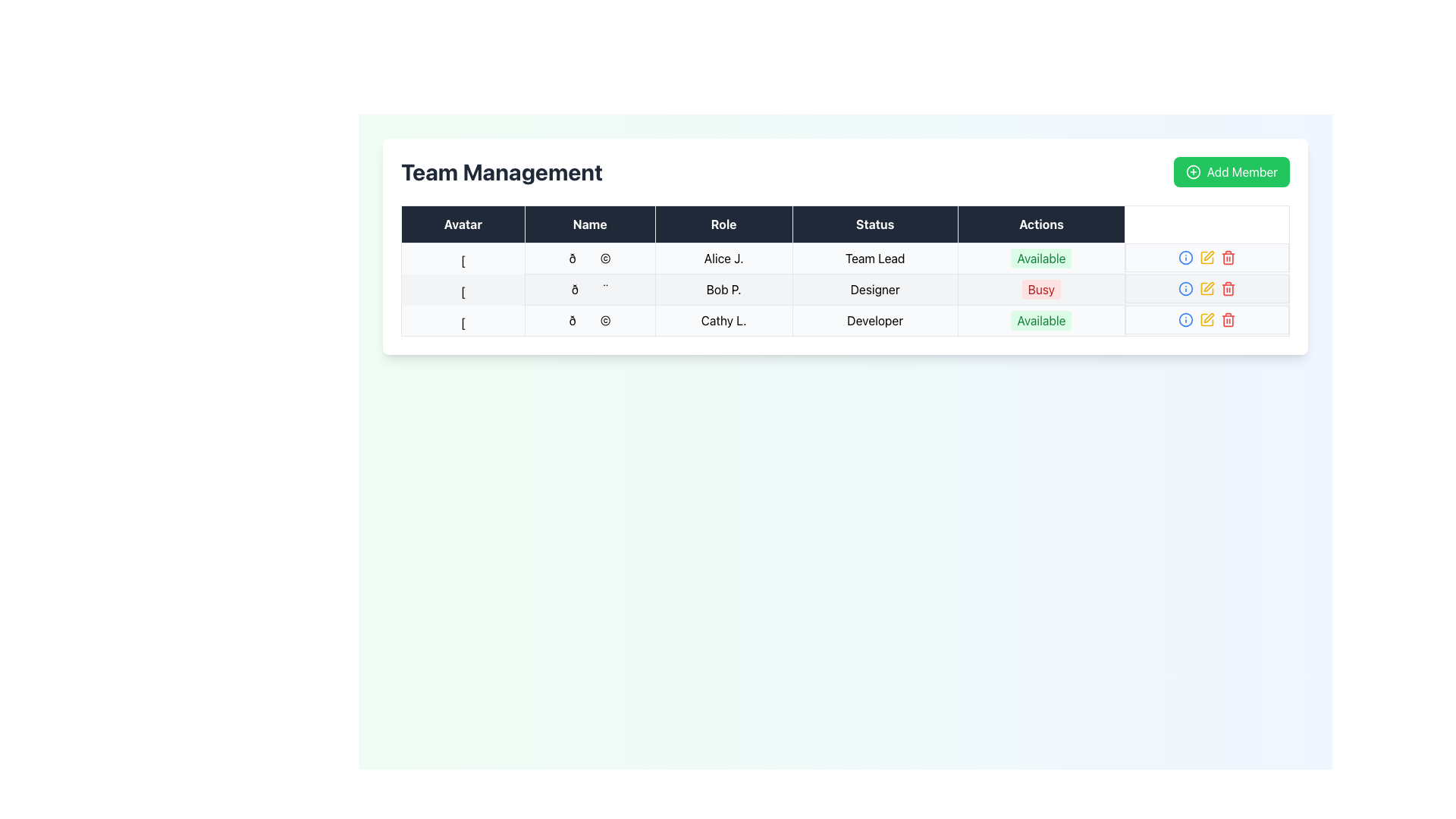  Describe the element at coordinates (723, 320) in the screenshot. I see `the static text element displaying the name 'Cathy L.' in the team management table, located in the third row under the 'Name' column` at that location.